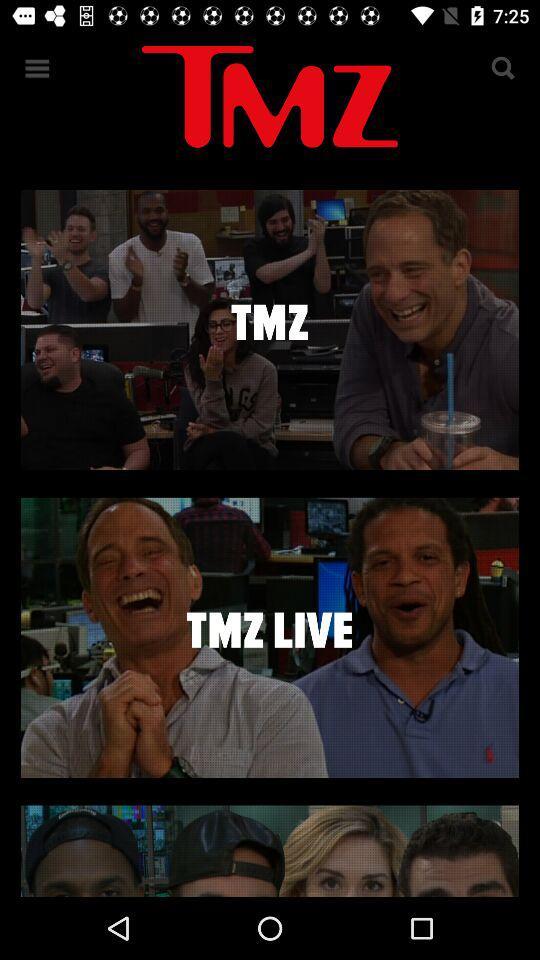 Image resolution: width=540 pixels, height=960 pixels. Describe the element at coordinates (270, 329) in the screenshot. I see `open tmz` at that location.